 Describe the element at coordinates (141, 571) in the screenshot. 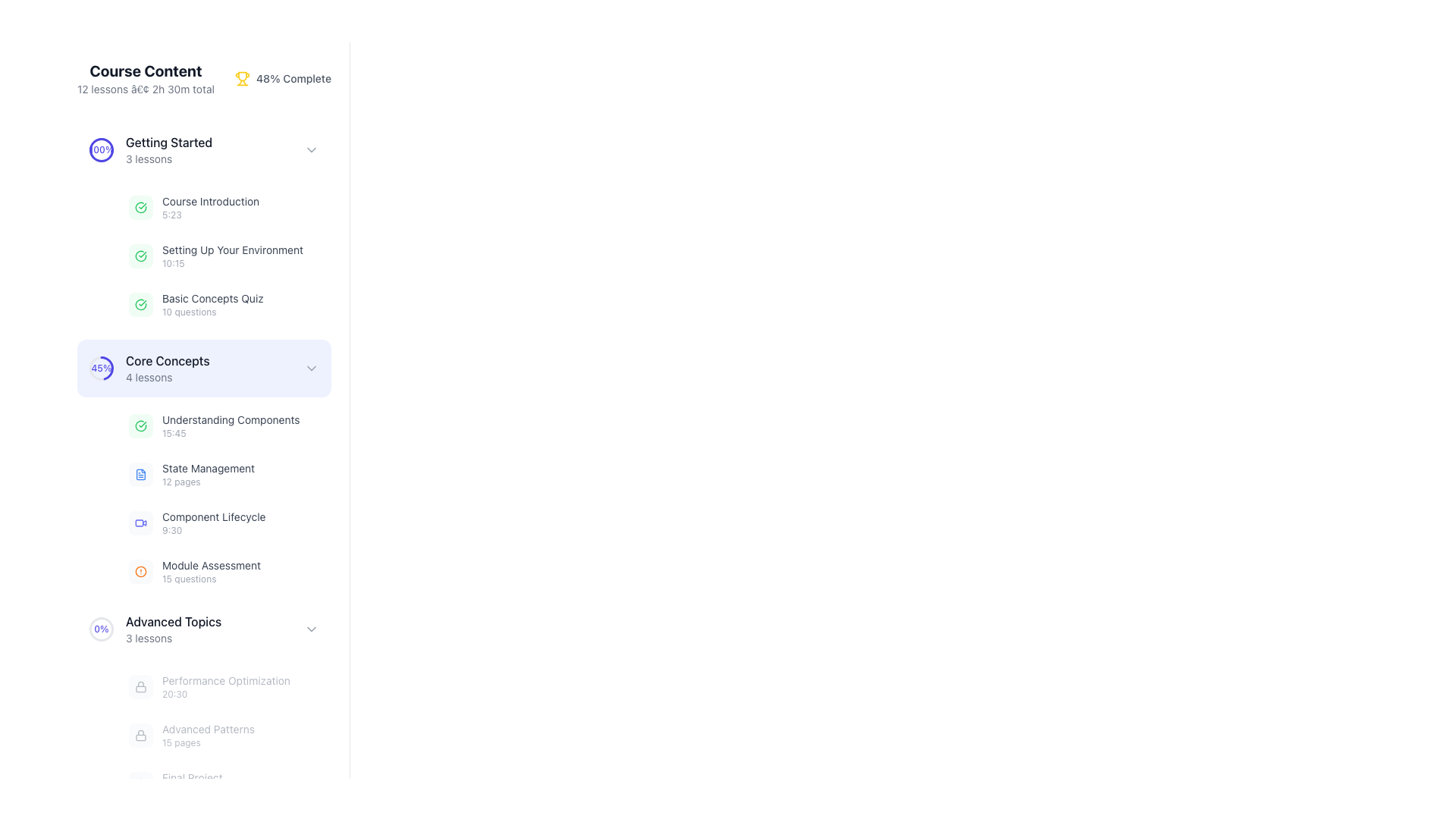

I see `the small icon with a rounded light gray background featuring an orange circular alert graphic, located to the left of the text 'Module Assessment' and '15 questions'` at that location.